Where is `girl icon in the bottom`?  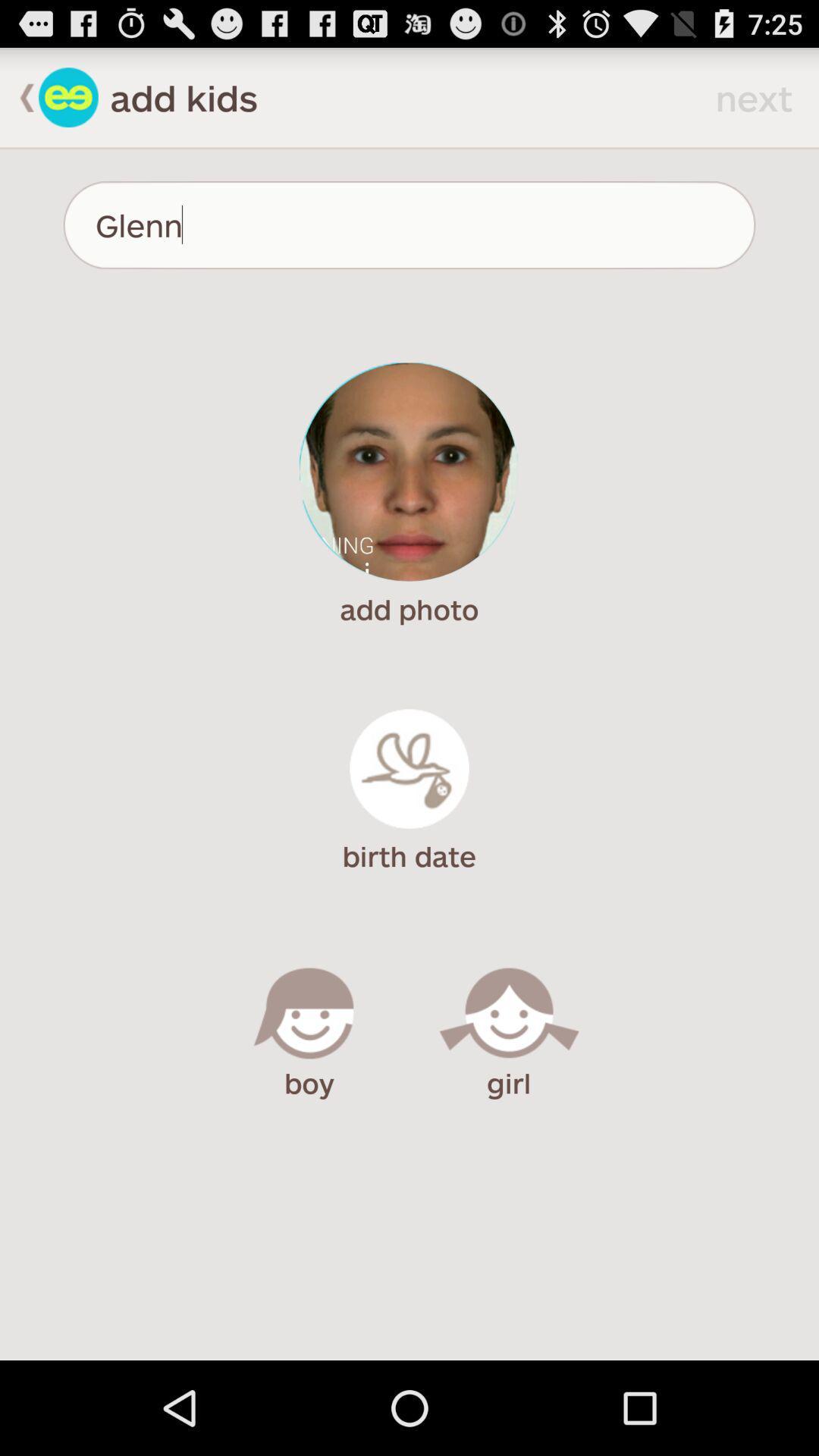
girl icon in the bottom is located at coordinates (509, 1018).